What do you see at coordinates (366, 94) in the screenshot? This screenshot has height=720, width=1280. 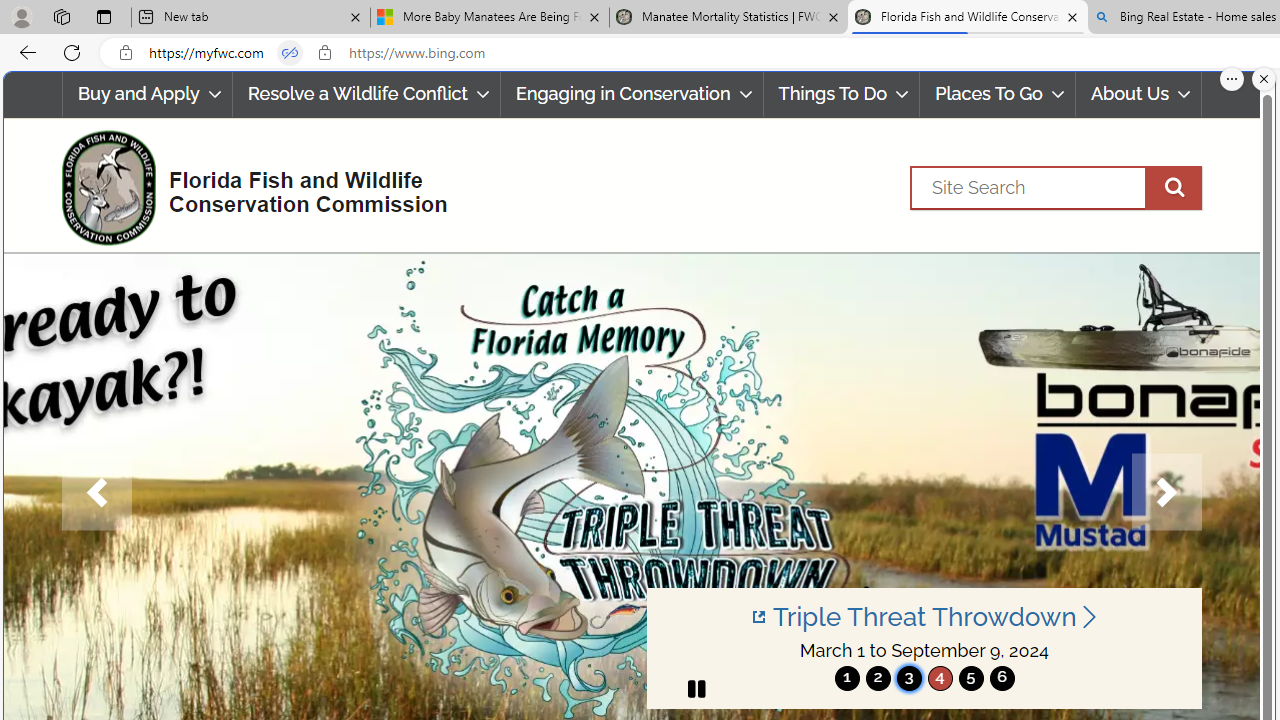 I see `'Resolve a Wildlife Conflict'` at bounding box center [366, 94].